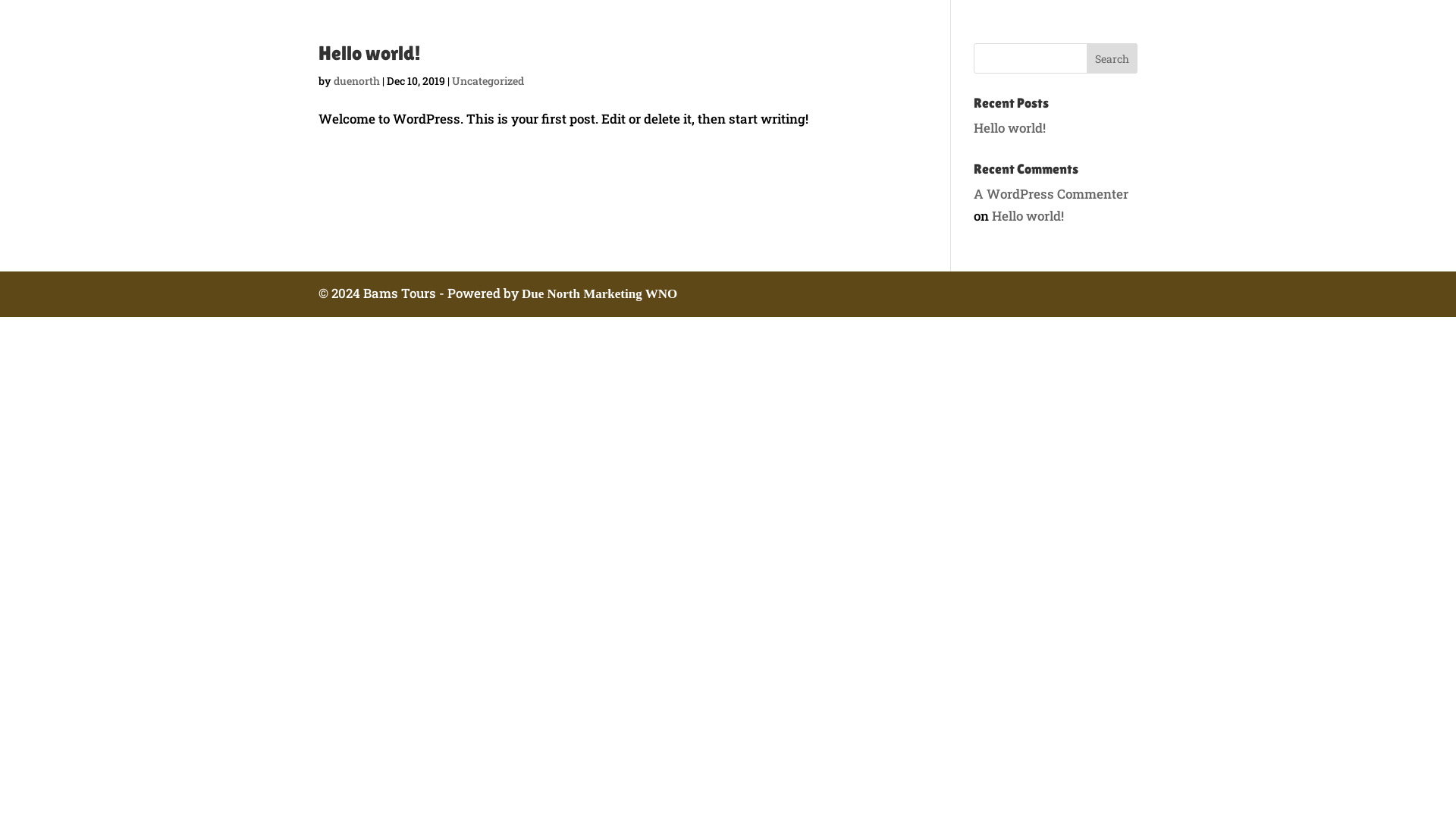 This screenshot has width=1456, height=819. What do you see at coordinates (645, 293) in the screenshot?
I see `'WNO'` at bounding box center [645, 293].